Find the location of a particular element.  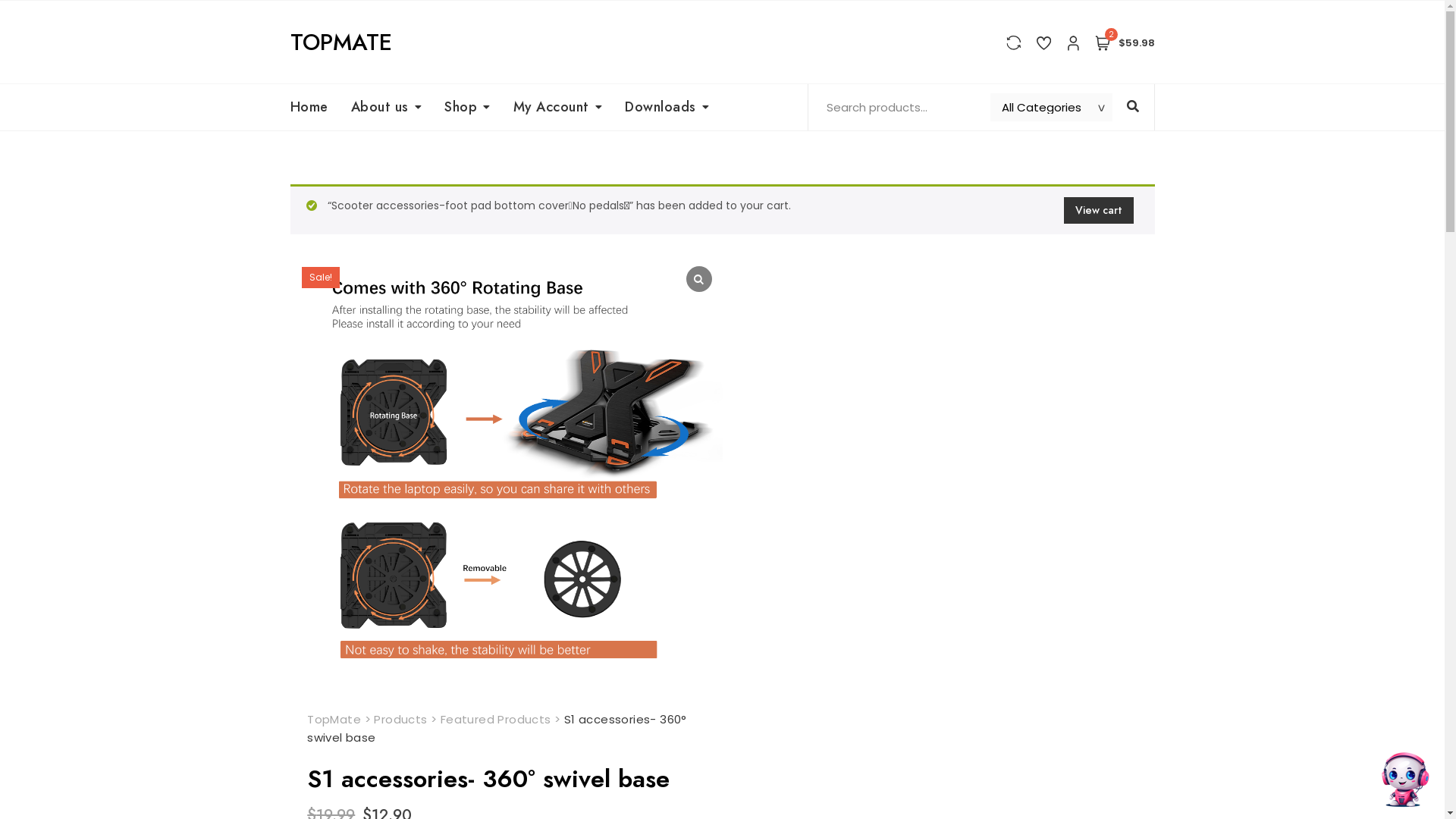

'Home' is located at coordinates (313, 106).